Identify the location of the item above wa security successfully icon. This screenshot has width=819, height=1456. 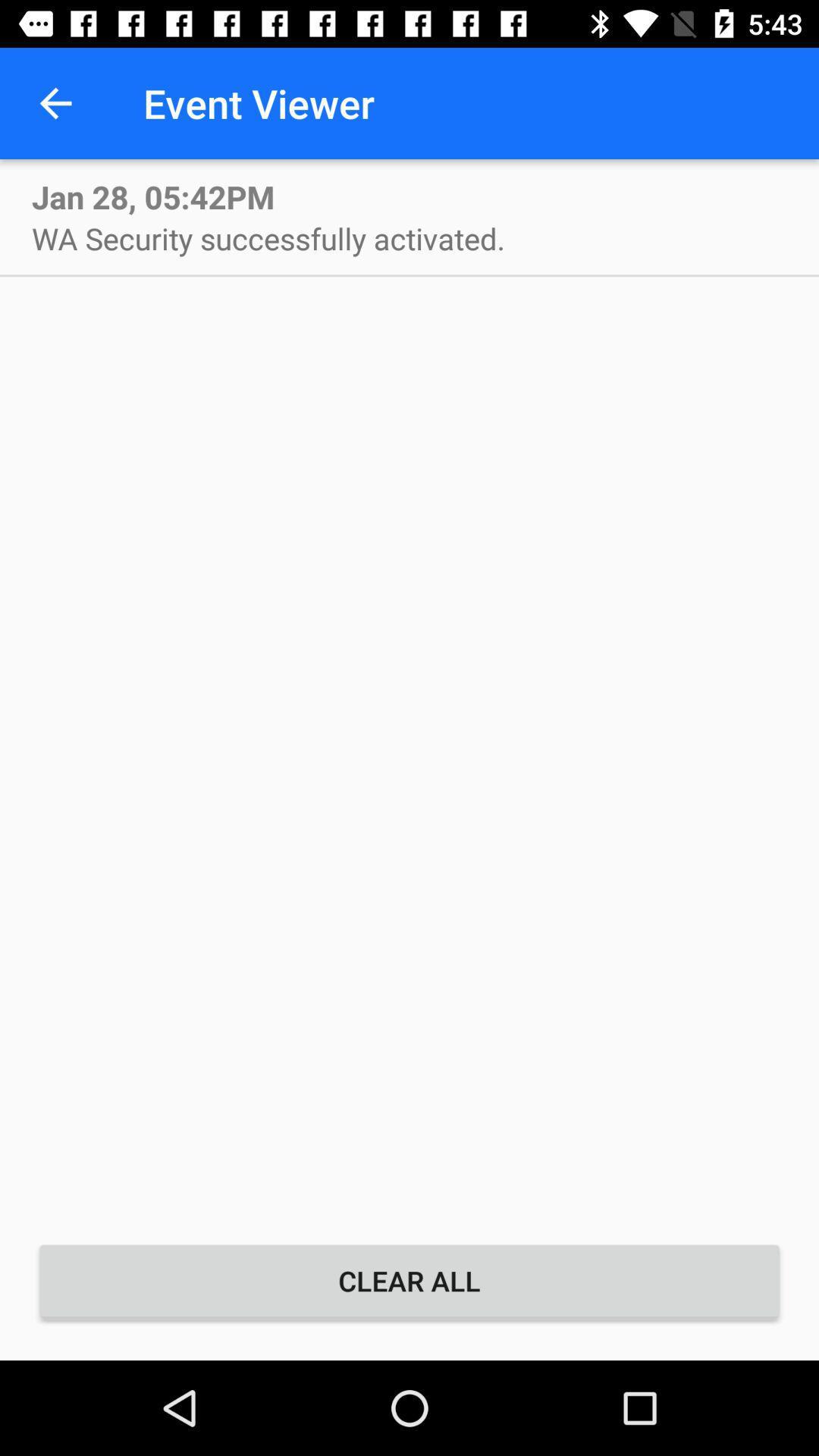
(153, 196).